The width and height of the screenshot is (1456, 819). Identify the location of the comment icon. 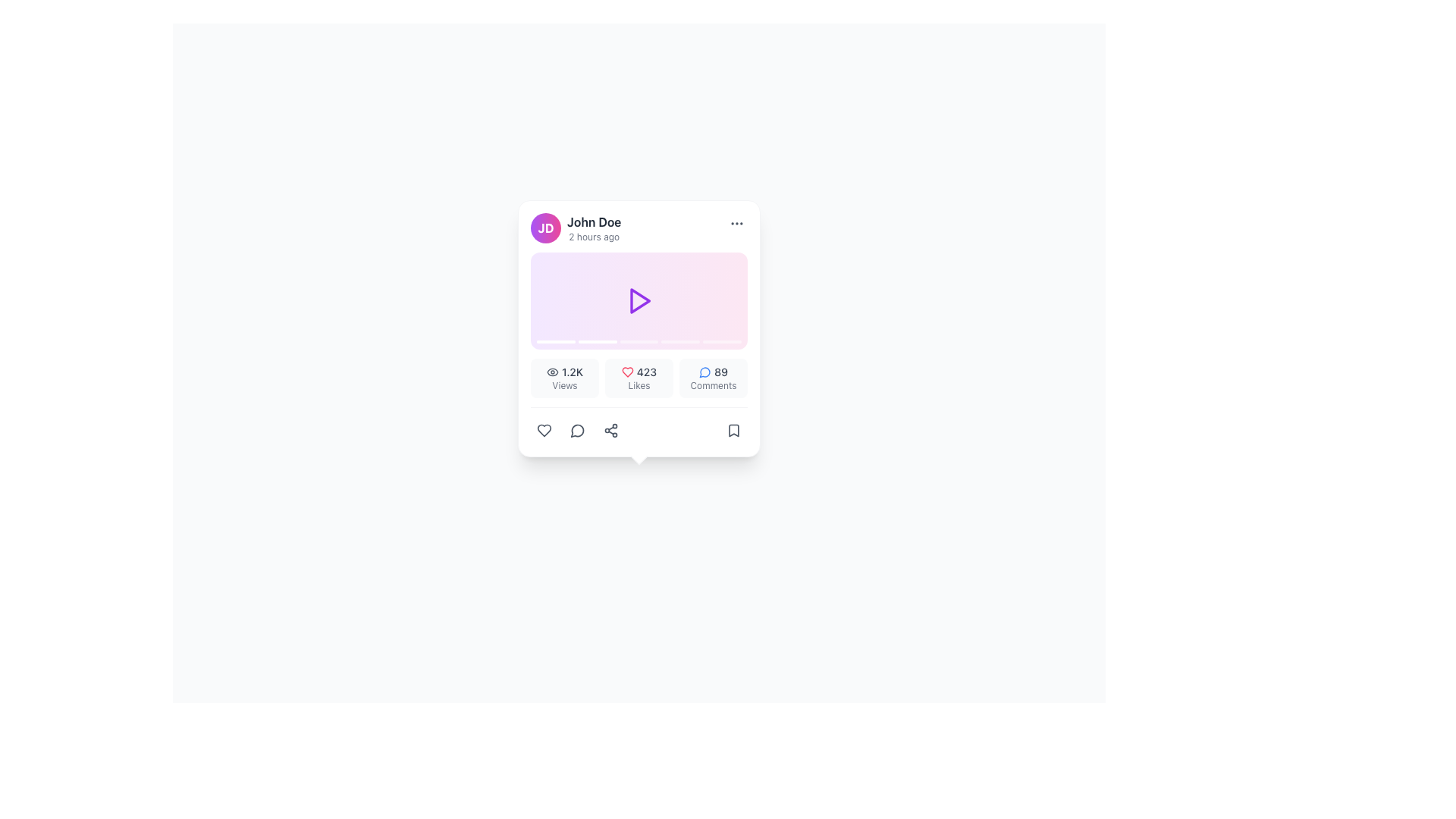
(704, 372).